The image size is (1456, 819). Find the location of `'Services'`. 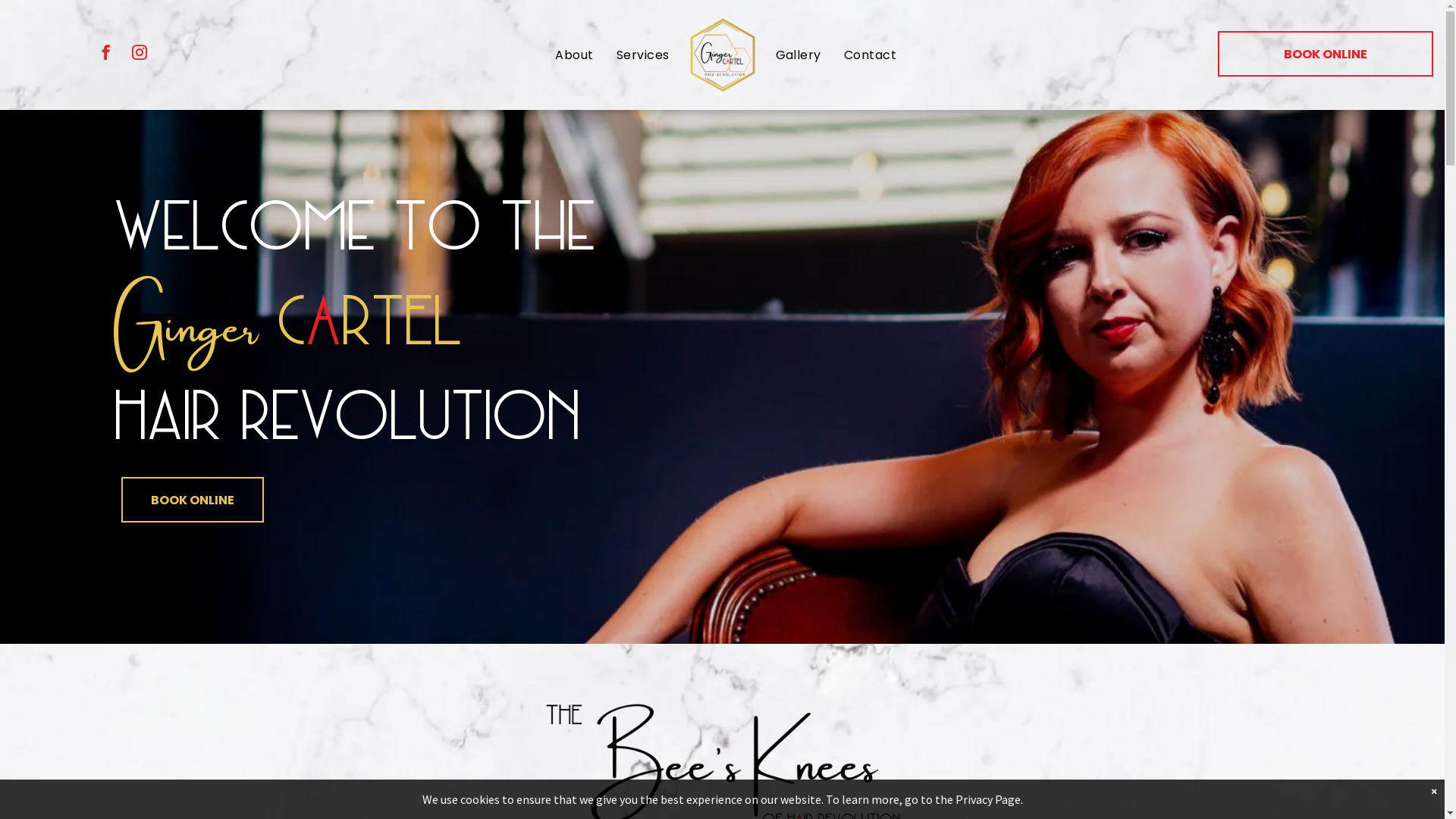

'Services' is located at coordinates (643, 54).